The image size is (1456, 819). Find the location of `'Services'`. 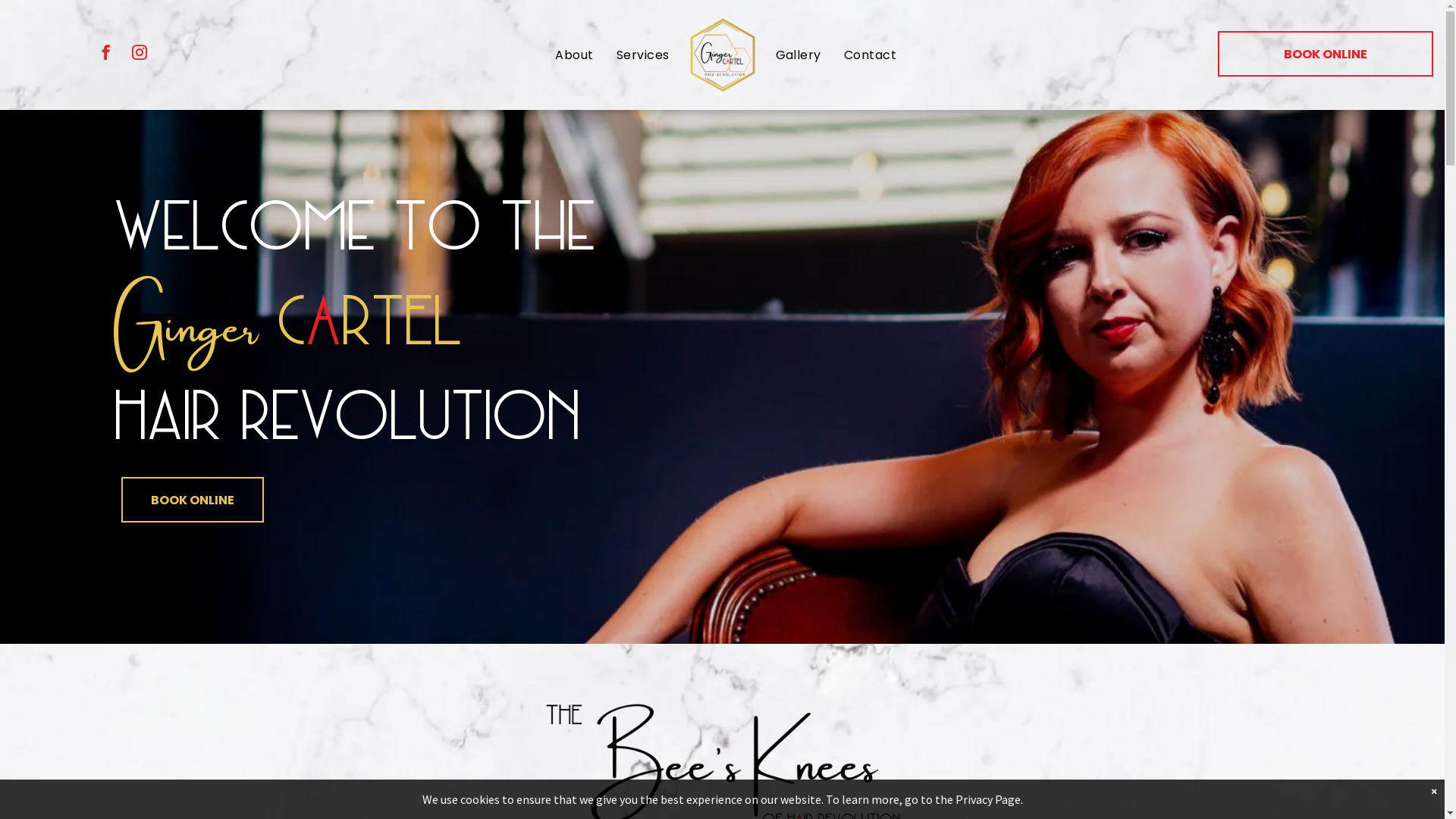

'Services' is located at coordinates (643, 54).